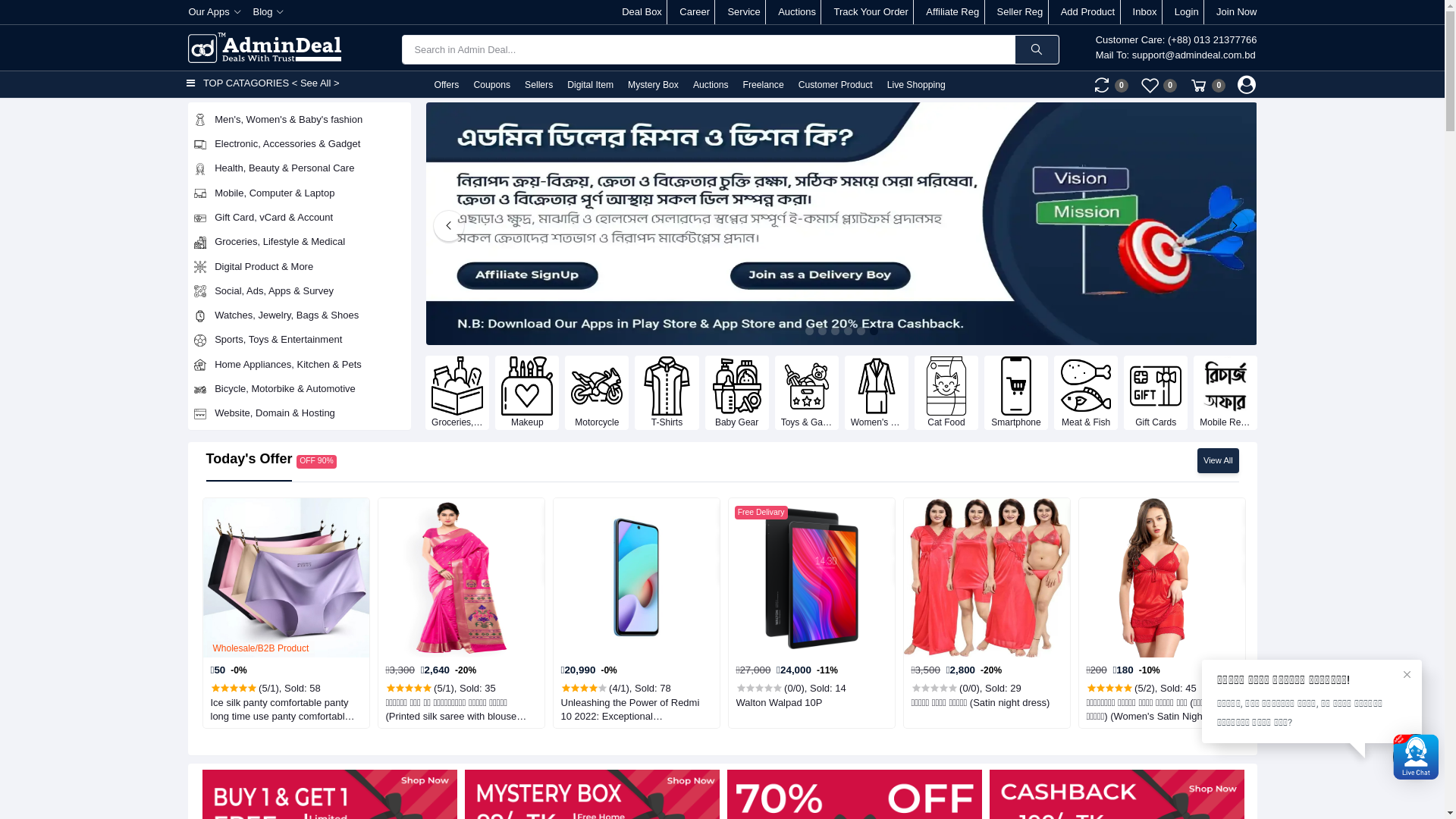 This screenshot has width=1456, height=819. I want to click on '1', so click(804, 330).